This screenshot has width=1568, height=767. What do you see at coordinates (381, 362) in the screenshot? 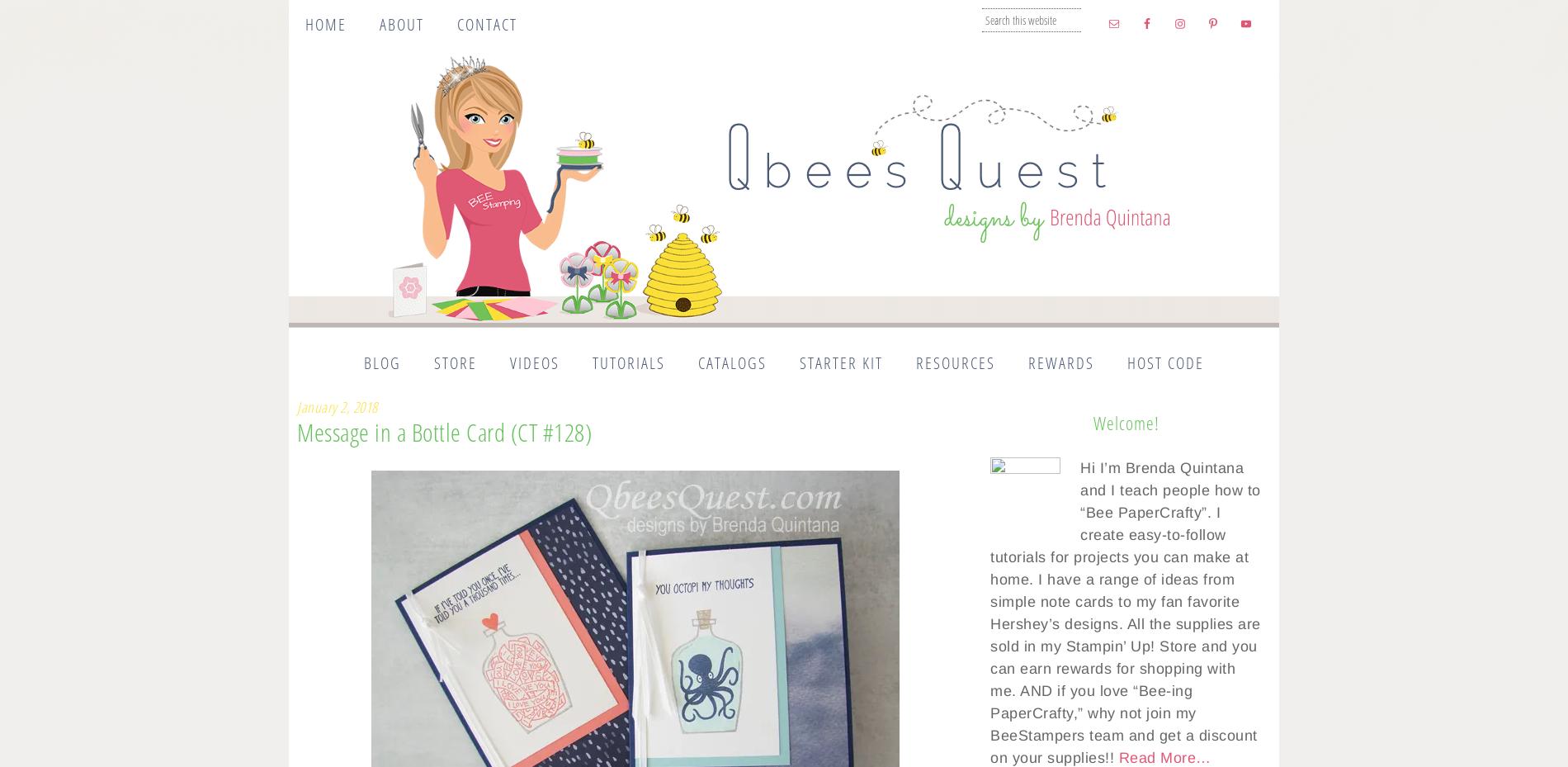
I see `'Blog'` at bounding box center [381, 362].